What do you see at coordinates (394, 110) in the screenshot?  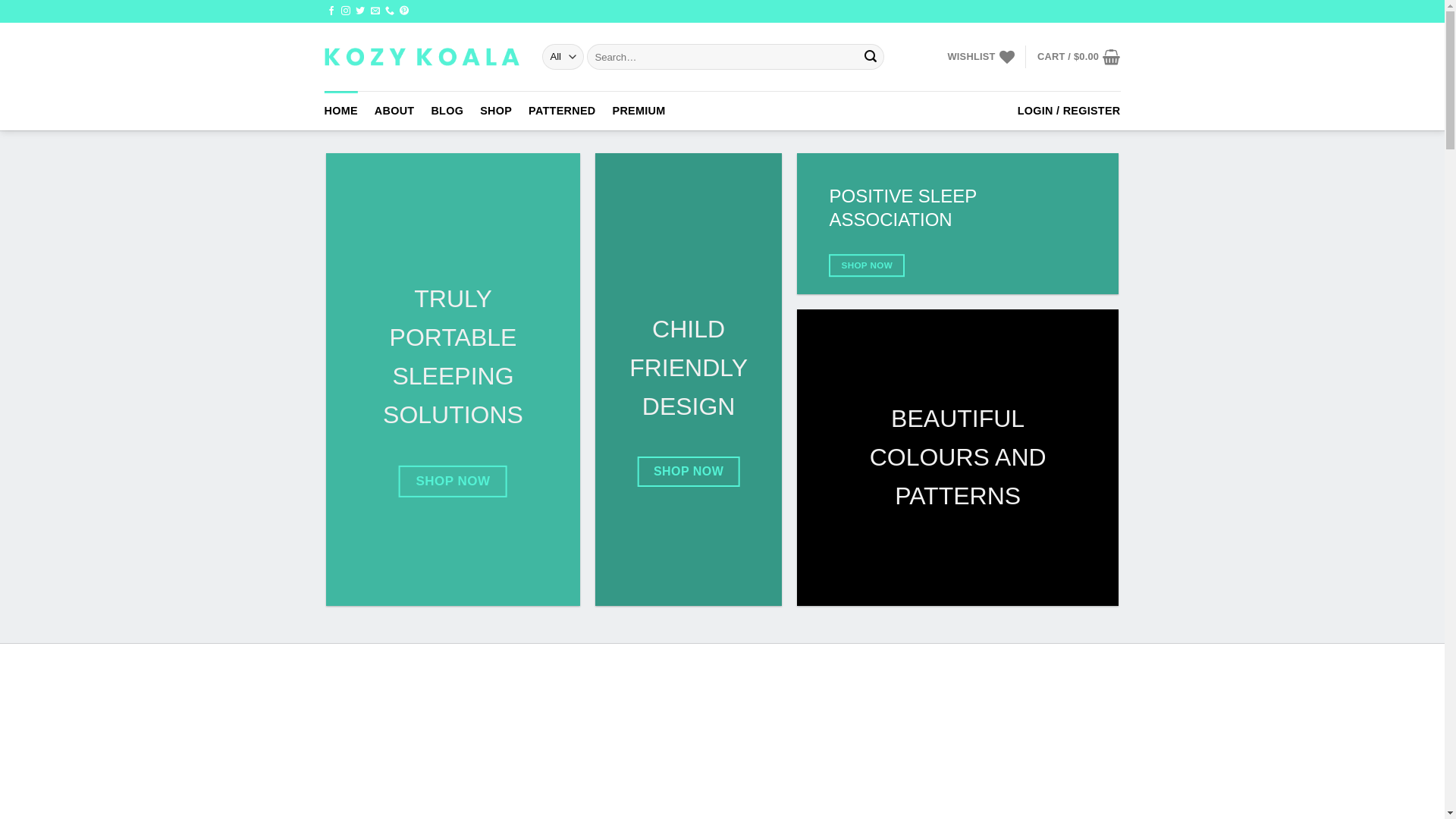 I see `'ABOUT'` at bounding box center [394, 110].